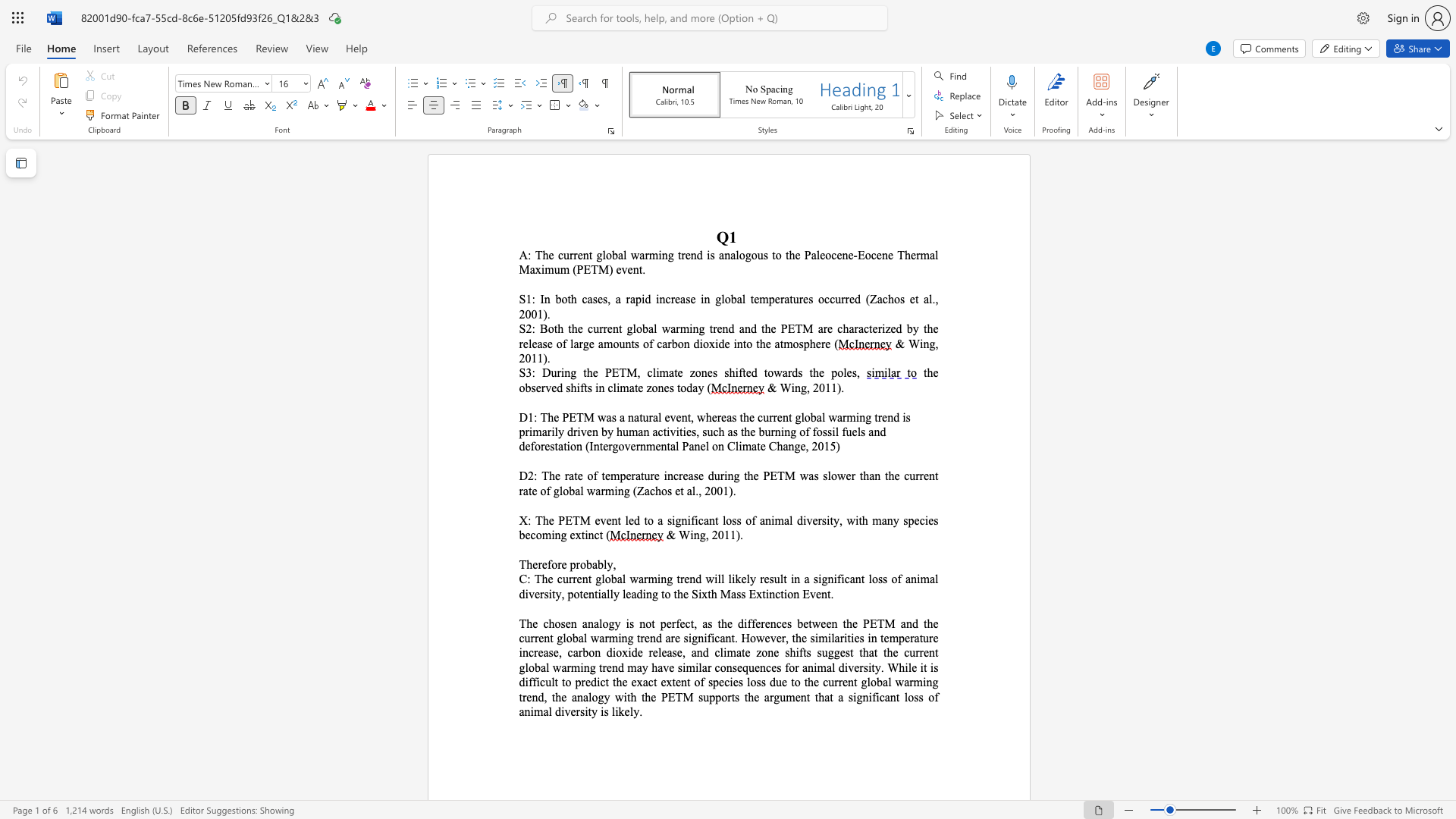 The height and width of the screenshot is (819, 1456). What do you see at coordinates (736, 593) in the screenshot?
I see `the subset text "ss" within the text "in a significant loss of animal diversity, potentially leading to the Sixth Mass Extinction Event."` at bounding box center [736, 593].